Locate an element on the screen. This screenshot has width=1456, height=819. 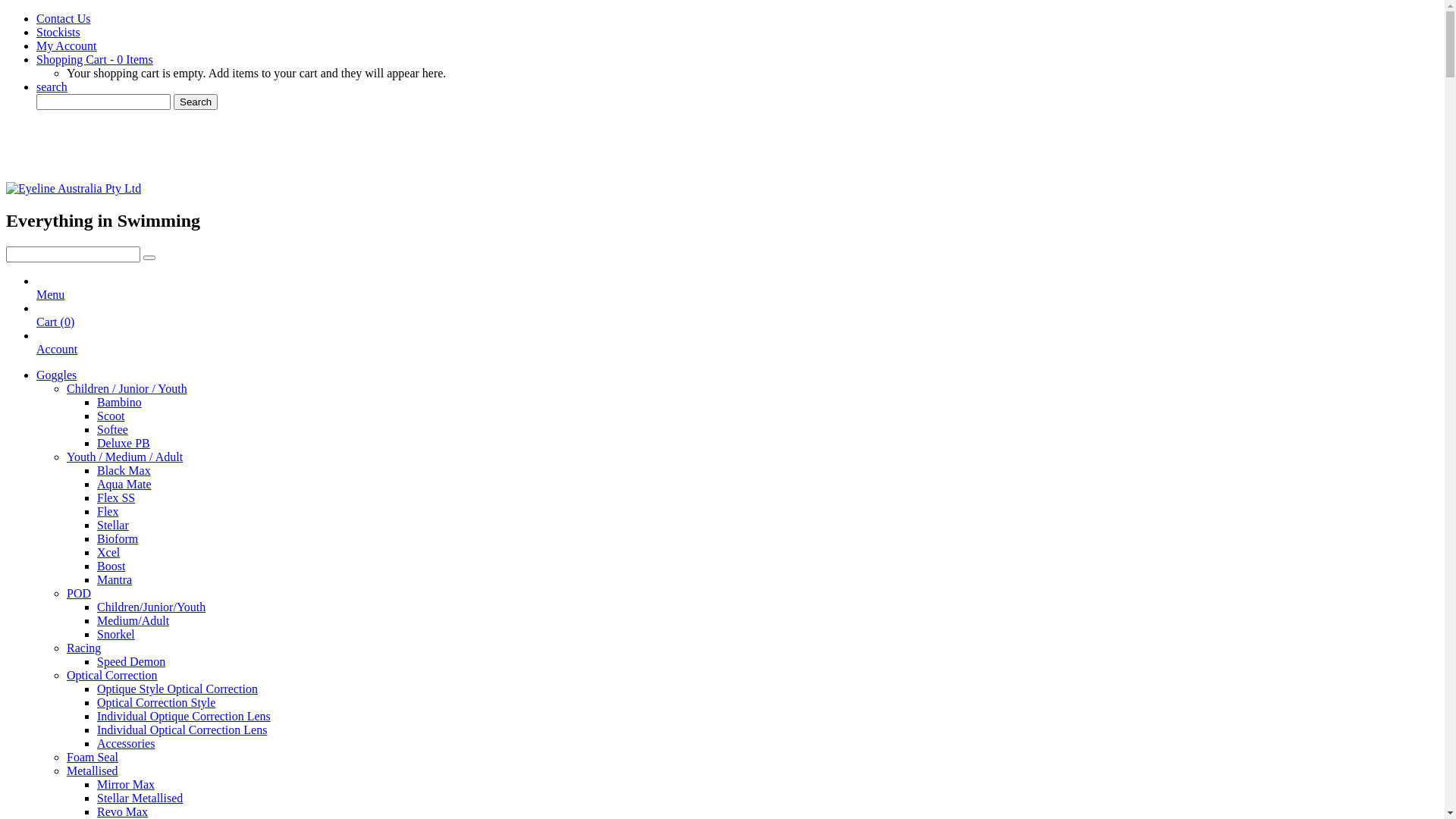
'Black Max' is located at coordinates (124, 469).